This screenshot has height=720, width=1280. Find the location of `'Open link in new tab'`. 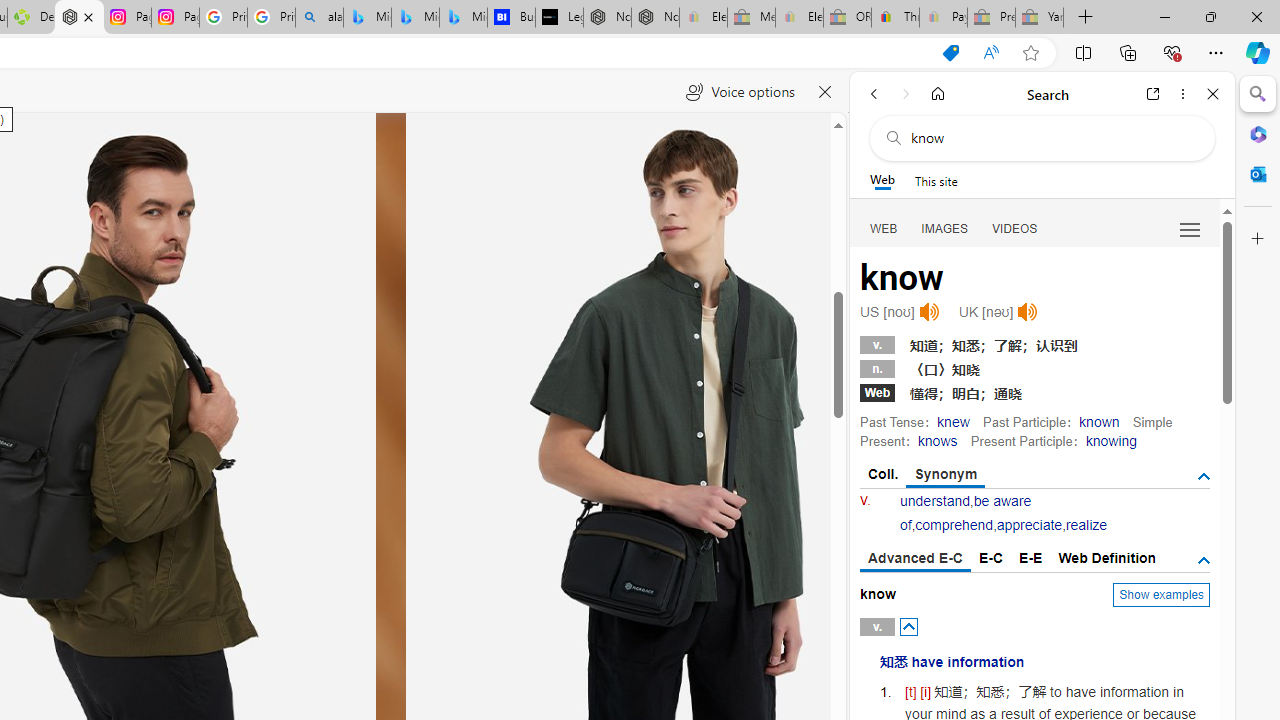

'Open link in new tab' is located at coordinates (1153, 93).